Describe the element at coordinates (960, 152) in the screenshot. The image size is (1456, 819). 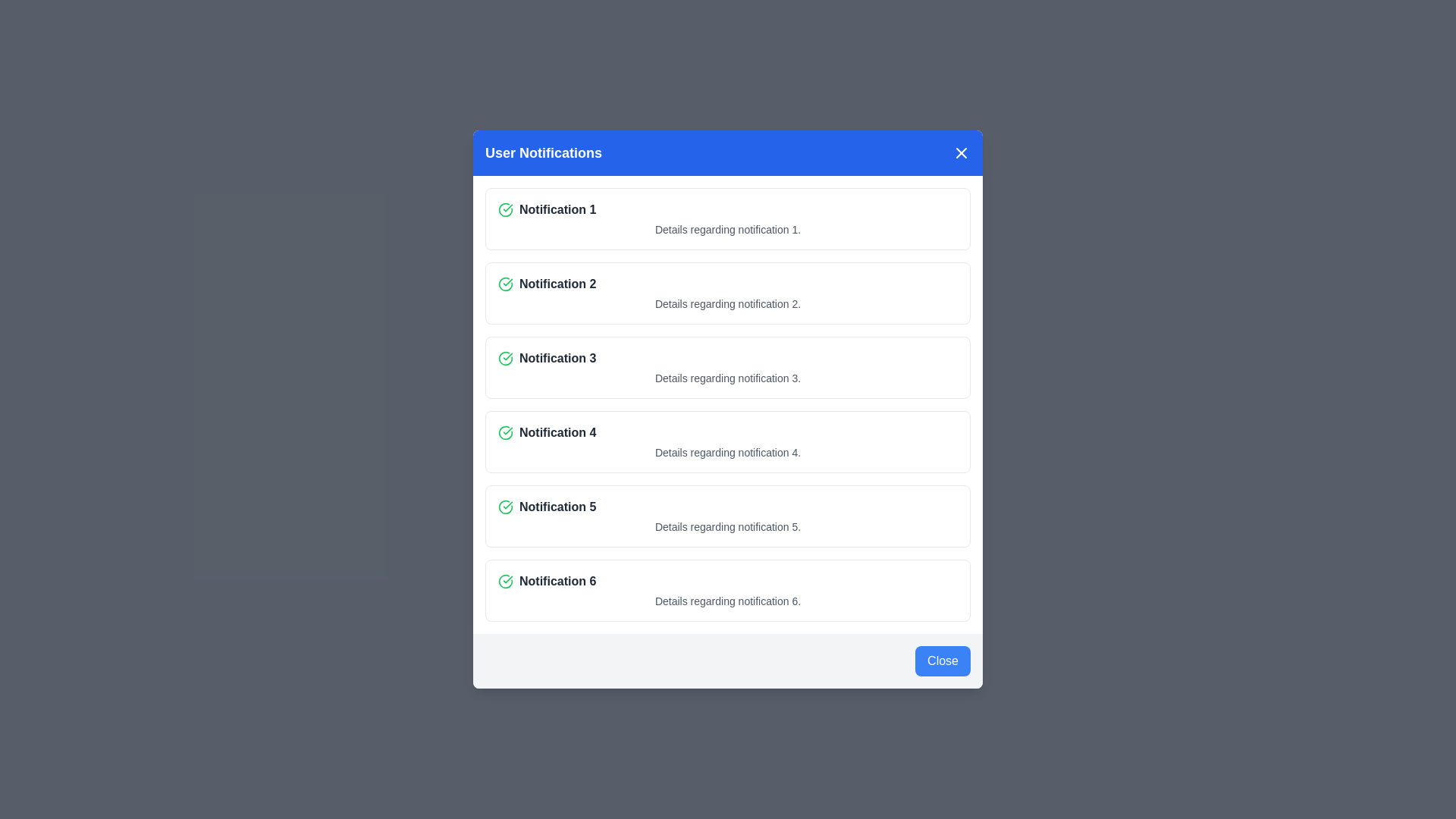
I see `the close button in the header to close the dialog` at that location.